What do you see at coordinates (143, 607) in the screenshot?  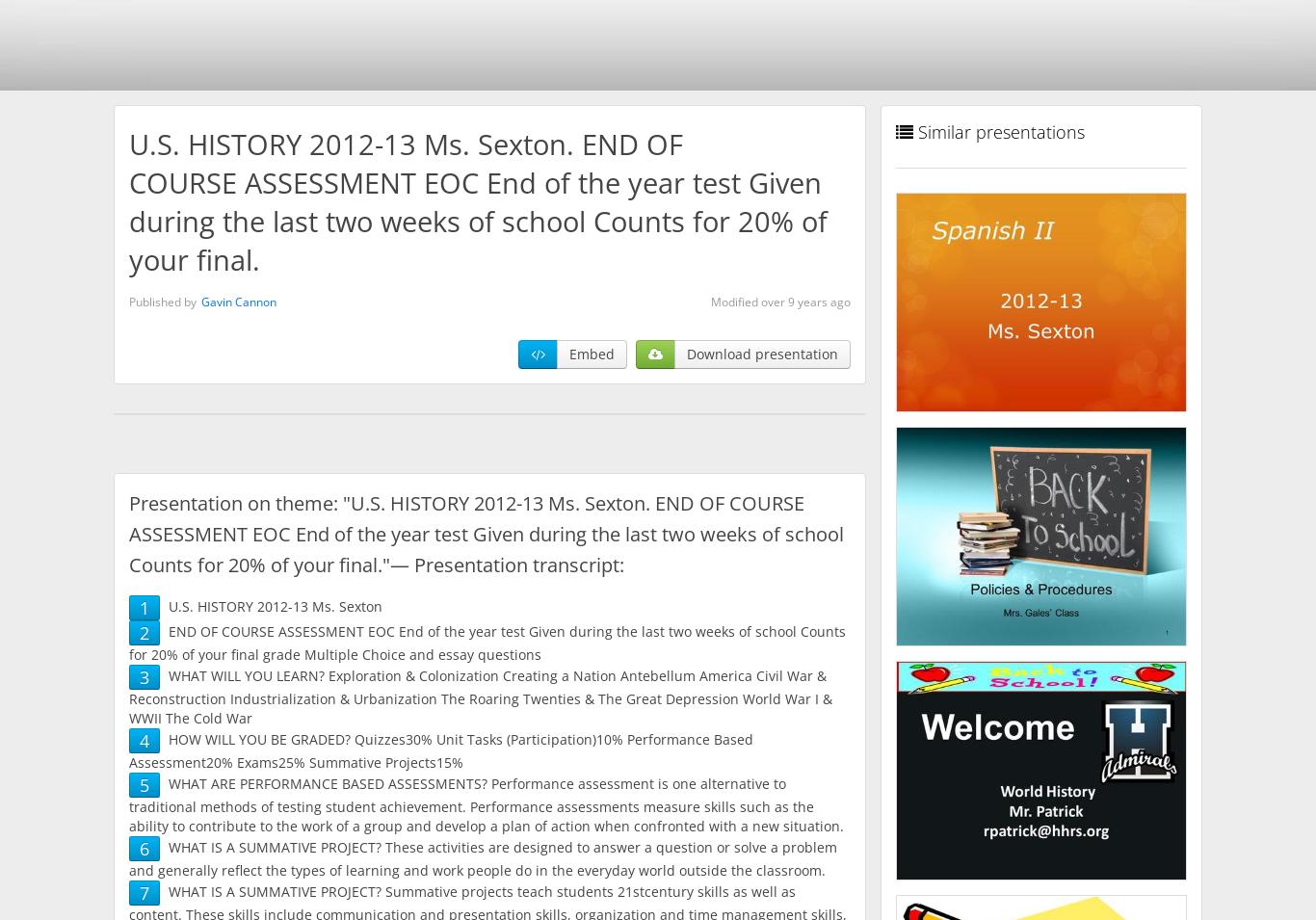 I see `'1'` at bounding box center [143, 607].